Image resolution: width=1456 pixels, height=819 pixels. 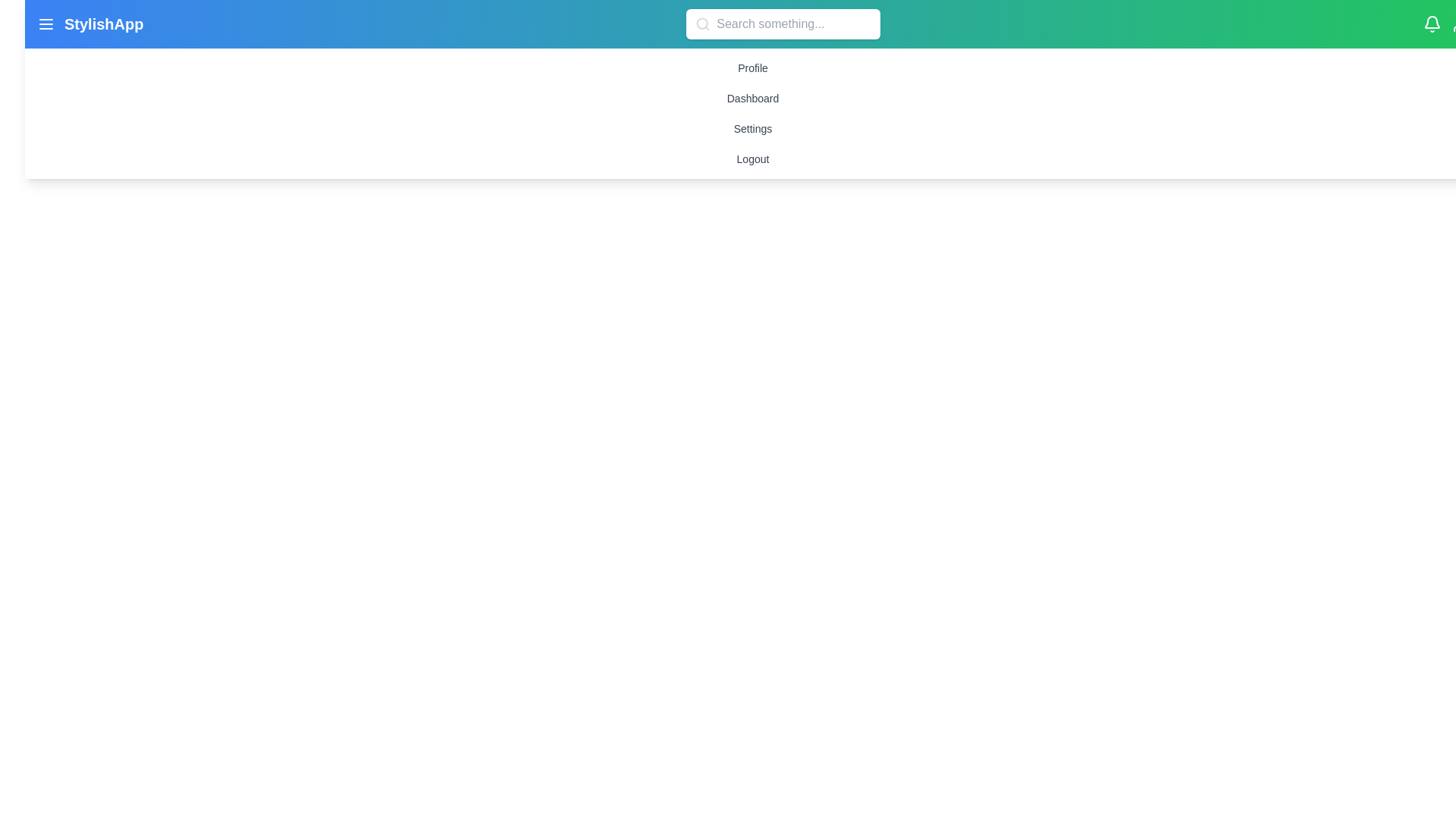 What do you see at coordinates (46, 24) in the screenshot?
I see `the hamburger menu icon button located at the top-left corner of the layout` at bounding box center [46, 24].